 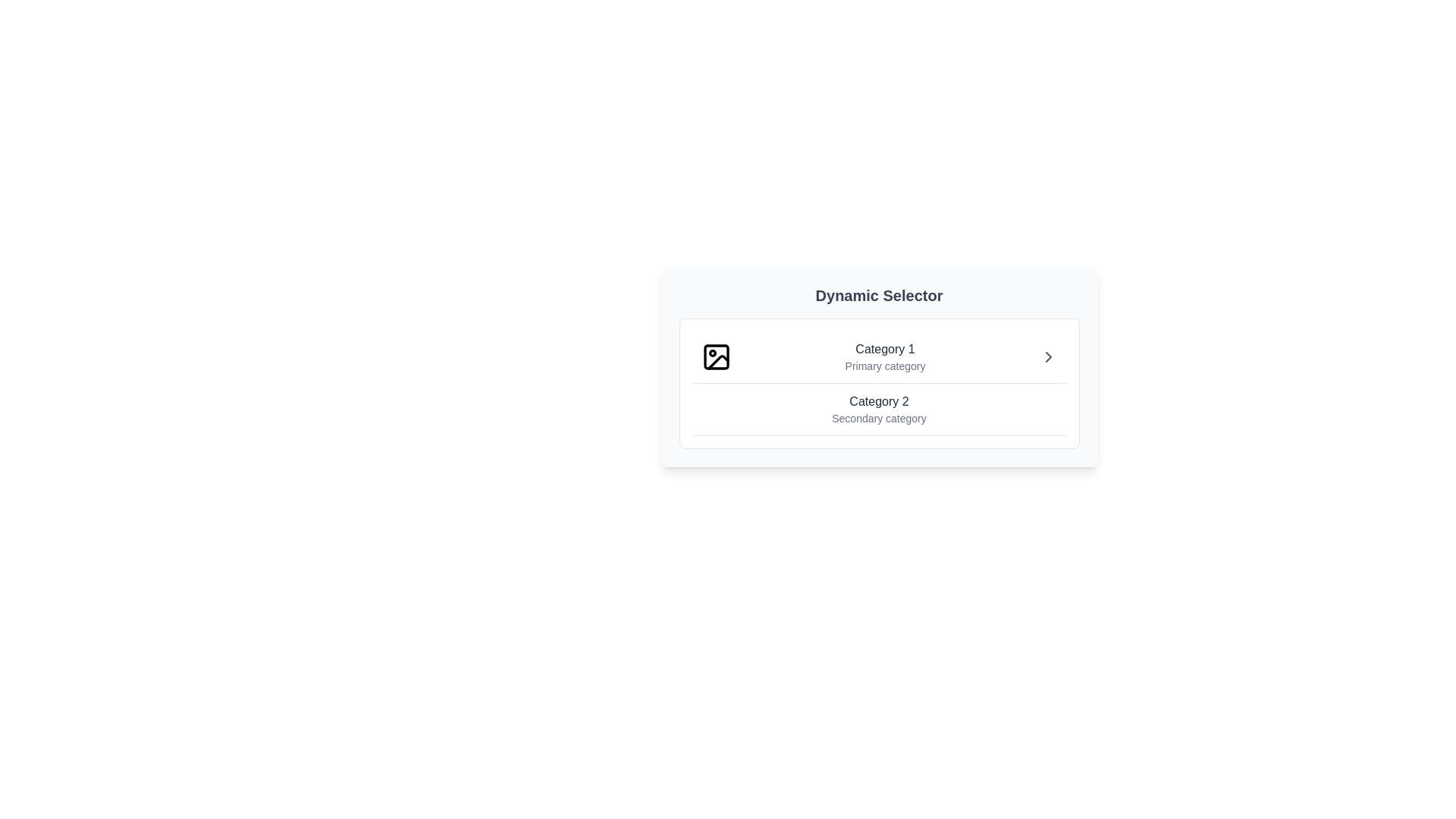 What do you see at coordinates (879, 400) in the screenshot?
I see `text of the label positioned below 'Category 1' and above 'Secondary category' within the content area of the card styled component` at bounding box center [879, 400].